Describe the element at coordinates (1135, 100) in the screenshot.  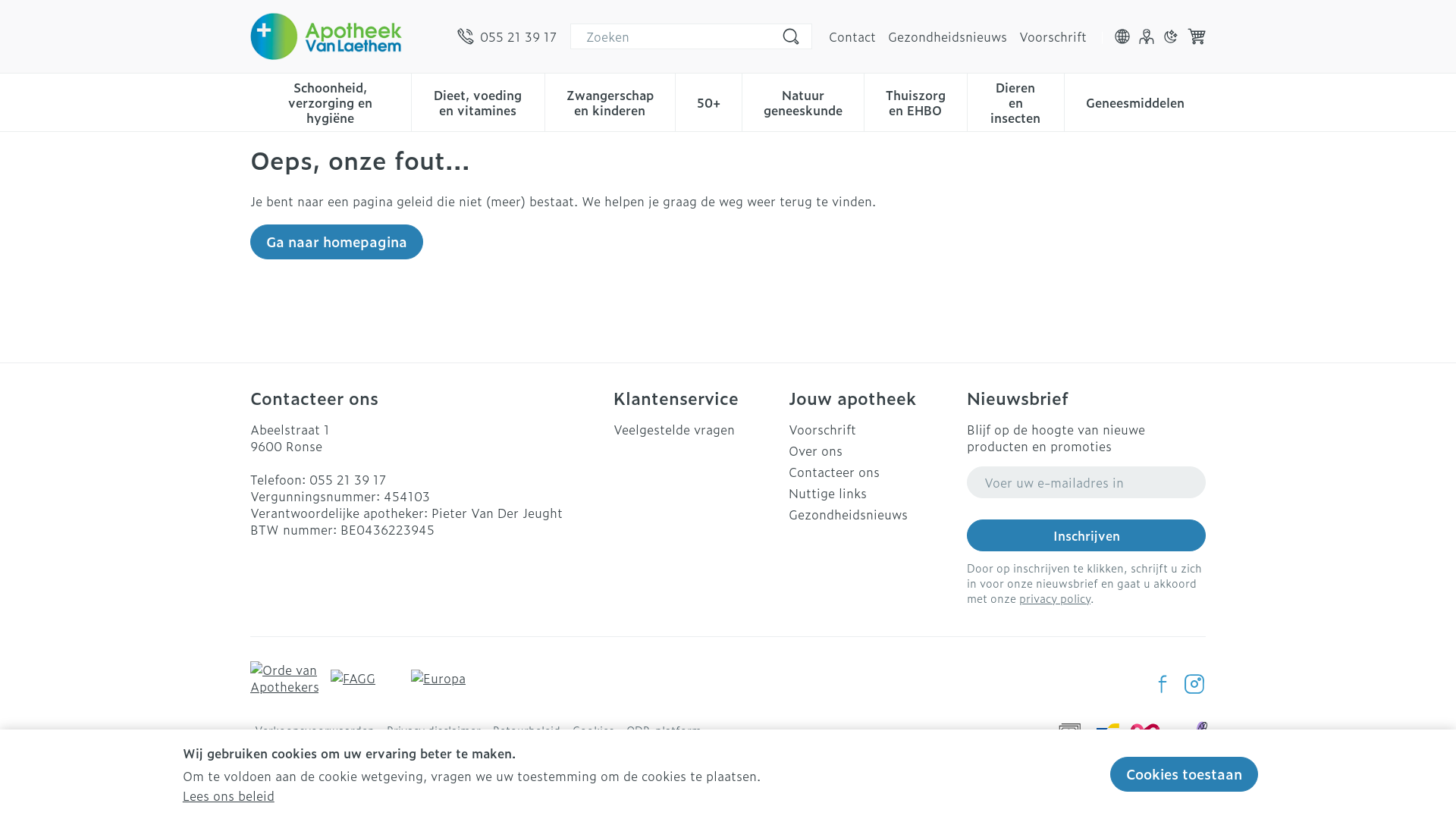
I see `'Geneesmiddelen'` at that location.